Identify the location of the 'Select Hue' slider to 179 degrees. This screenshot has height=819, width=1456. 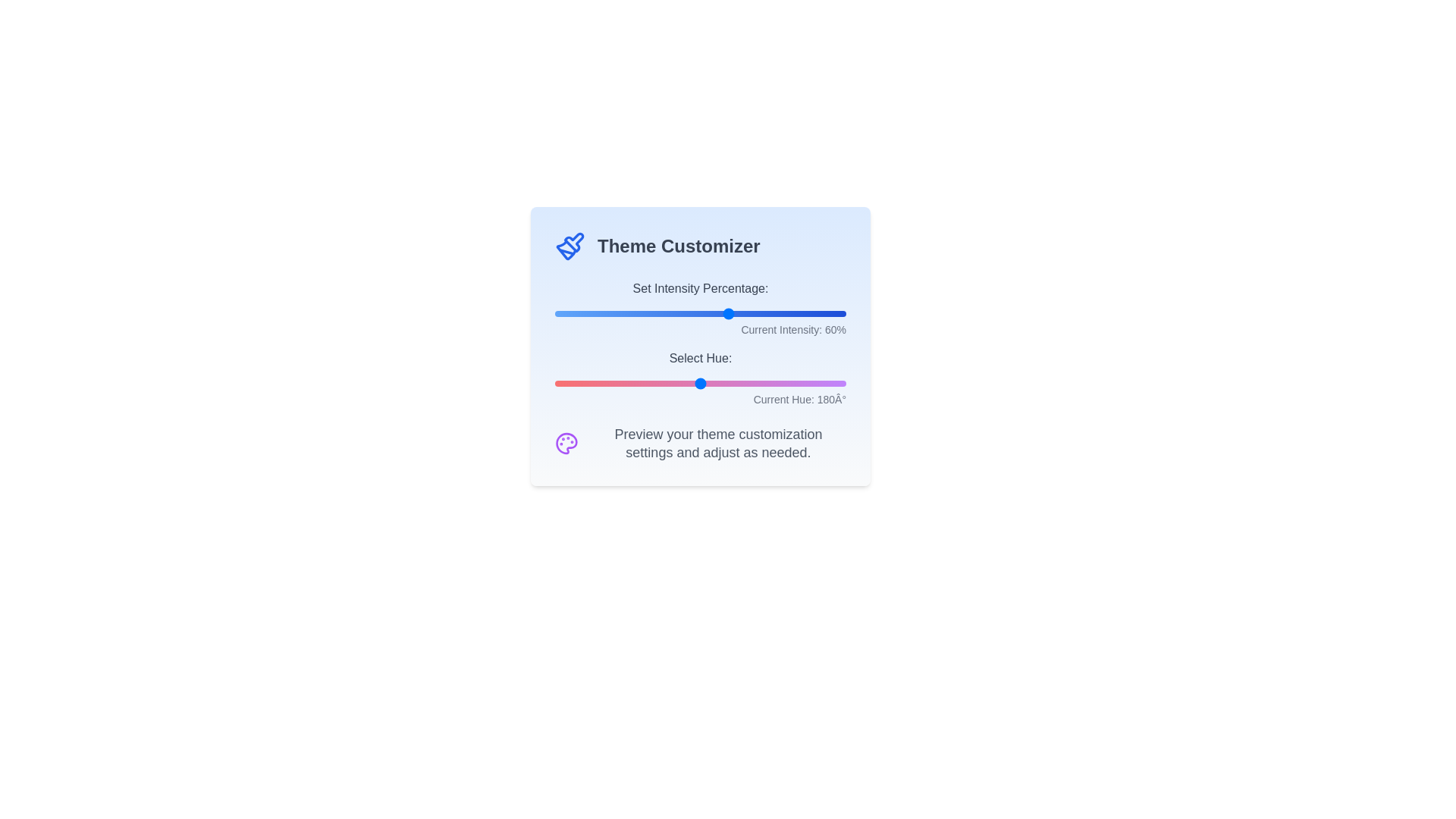
(698, 382).